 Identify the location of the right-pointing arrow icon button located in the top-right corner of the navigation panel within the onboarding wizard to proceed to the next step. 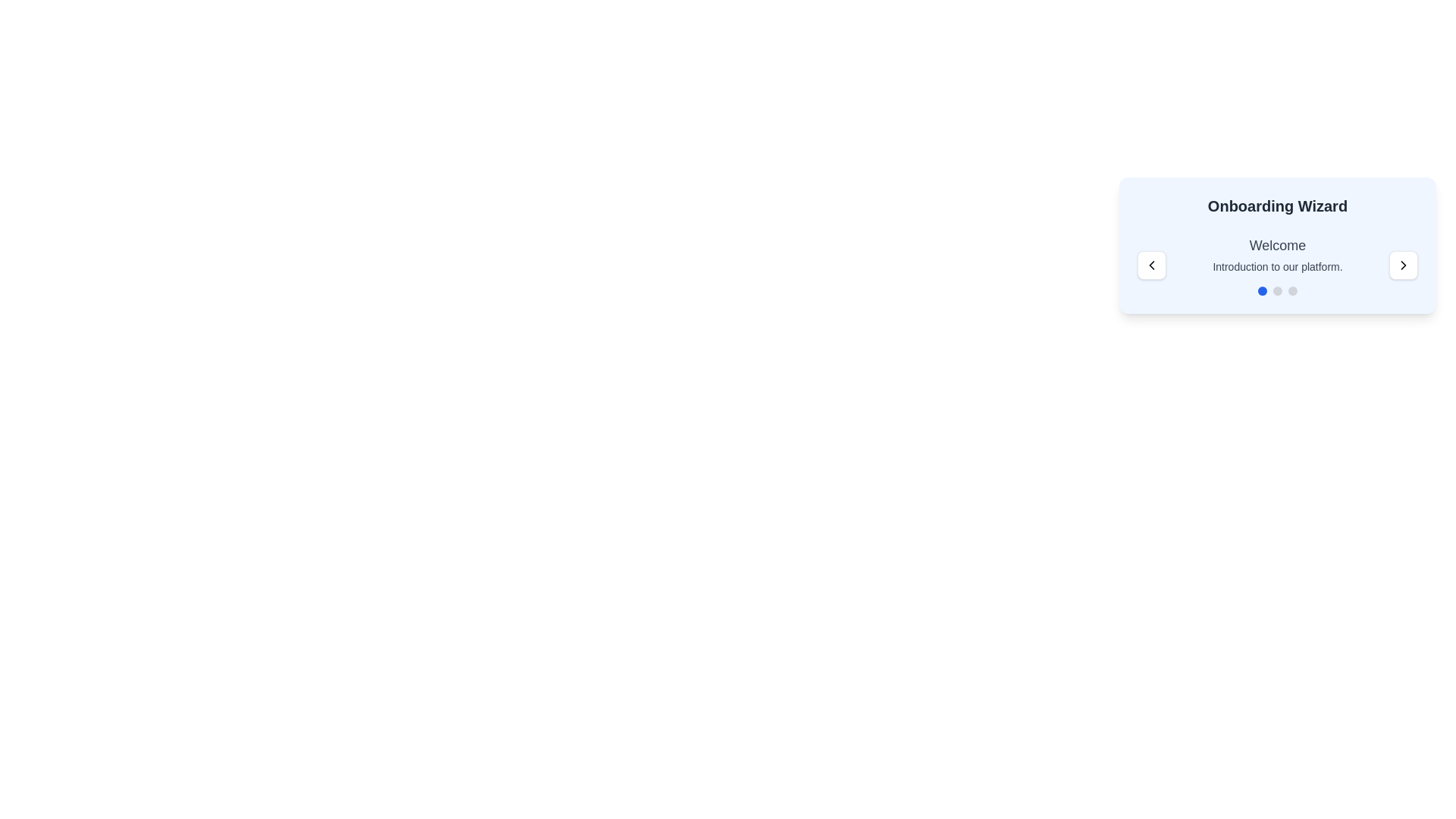
(1403, 265).